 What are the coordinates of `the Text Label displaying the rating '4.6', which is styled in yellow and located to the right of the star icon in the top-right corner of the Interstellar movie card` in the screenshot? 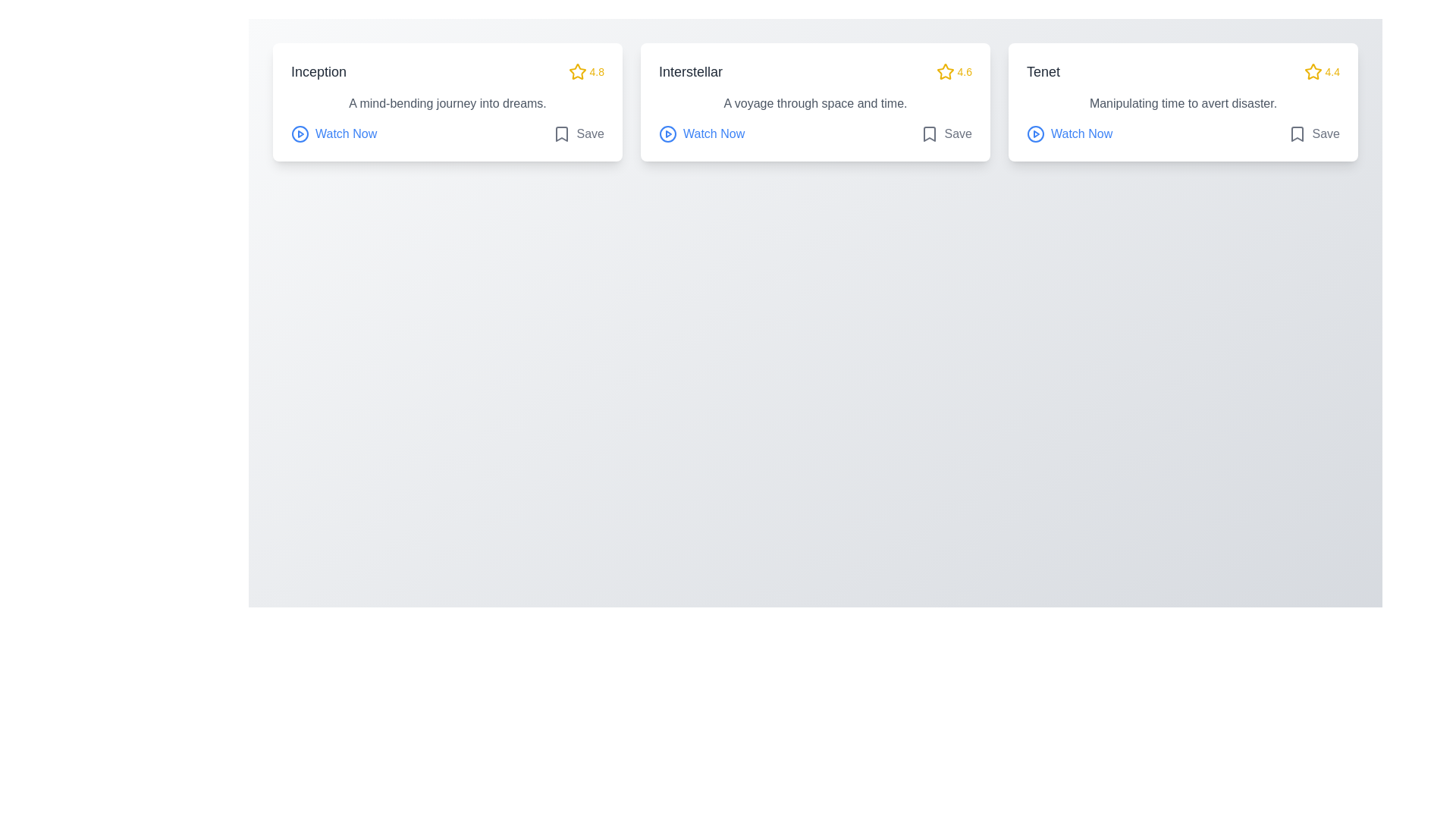 It's located at (964, 72).